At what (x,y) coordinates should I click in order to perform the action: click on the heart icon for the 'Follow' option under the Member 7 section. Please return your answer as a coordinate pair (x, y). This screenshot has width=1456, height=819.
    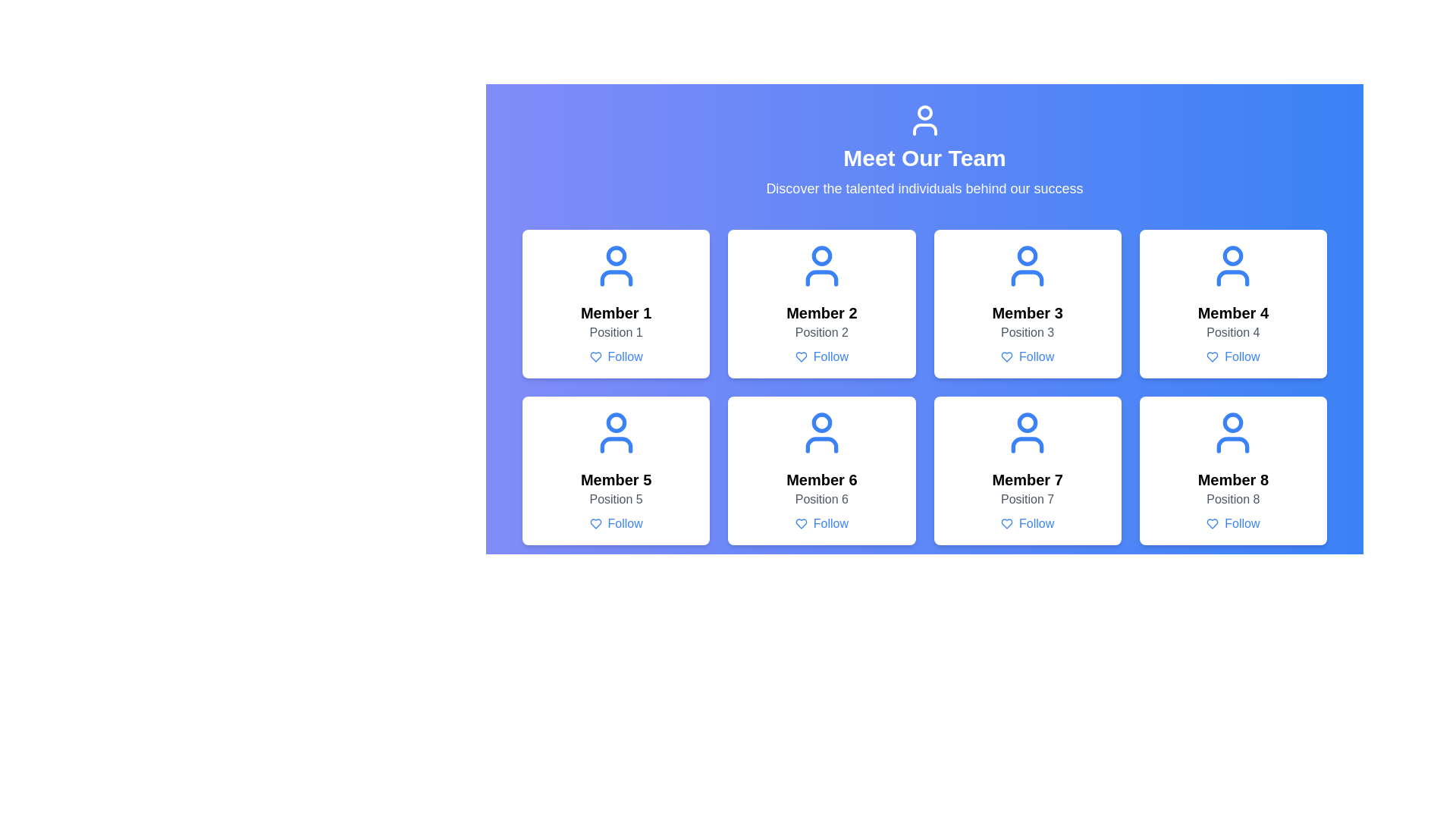
    Looking at the image, I should click on (1007, 522).